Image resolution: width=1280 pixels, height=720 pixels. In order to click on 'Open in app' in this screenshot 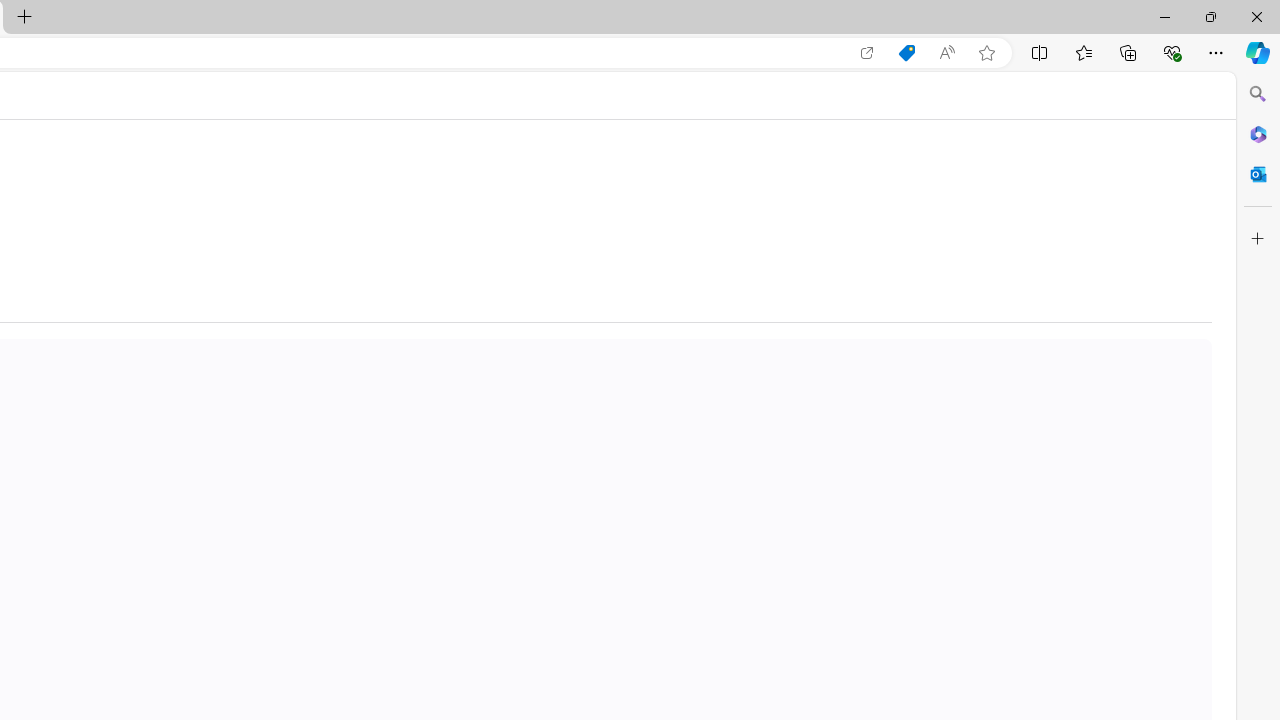, I will do `click(867, 52)`.